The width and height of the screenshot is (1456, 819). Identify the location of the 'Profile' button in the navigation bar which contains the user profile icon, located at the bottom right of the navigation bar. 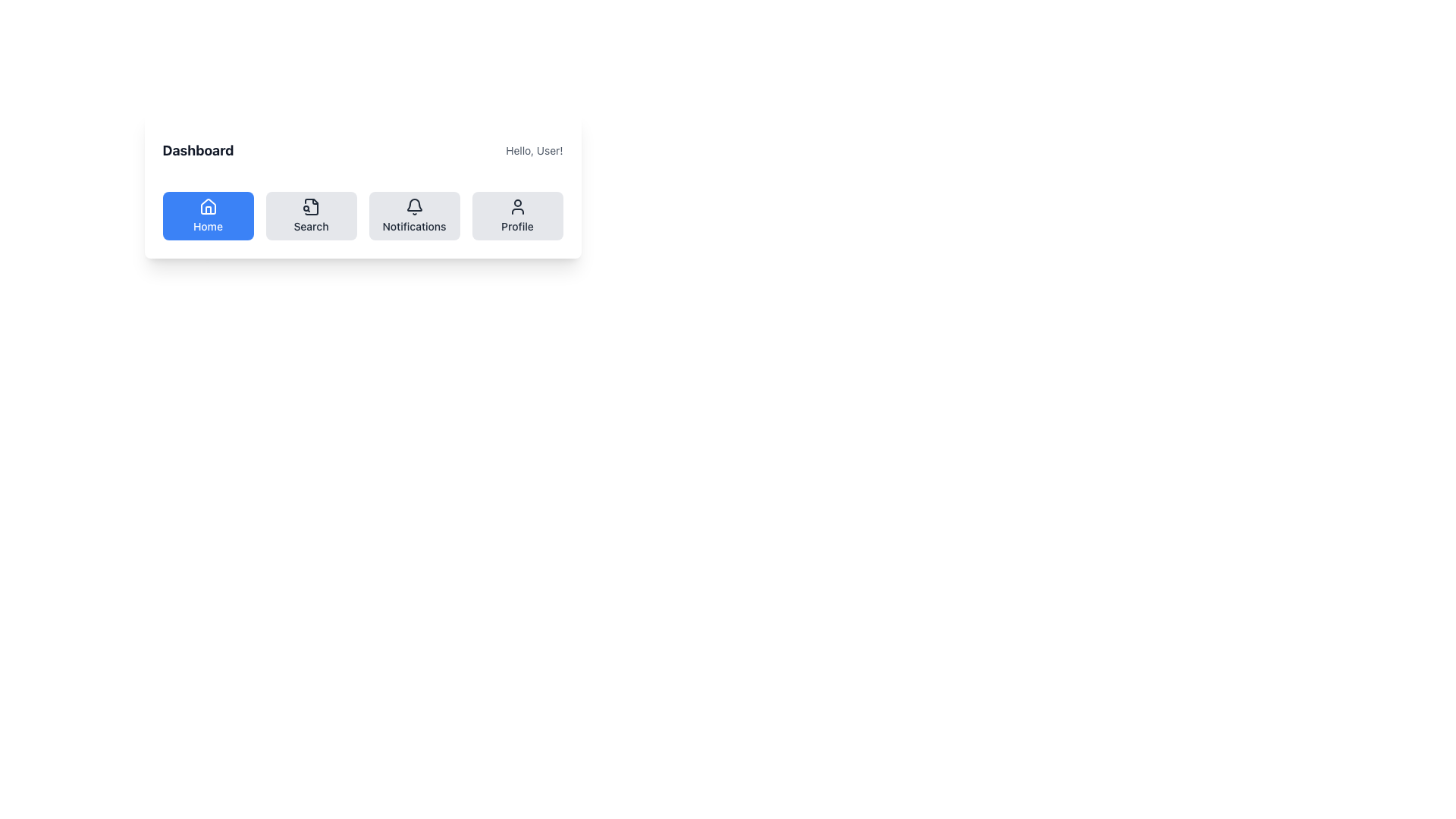
(517, 207).